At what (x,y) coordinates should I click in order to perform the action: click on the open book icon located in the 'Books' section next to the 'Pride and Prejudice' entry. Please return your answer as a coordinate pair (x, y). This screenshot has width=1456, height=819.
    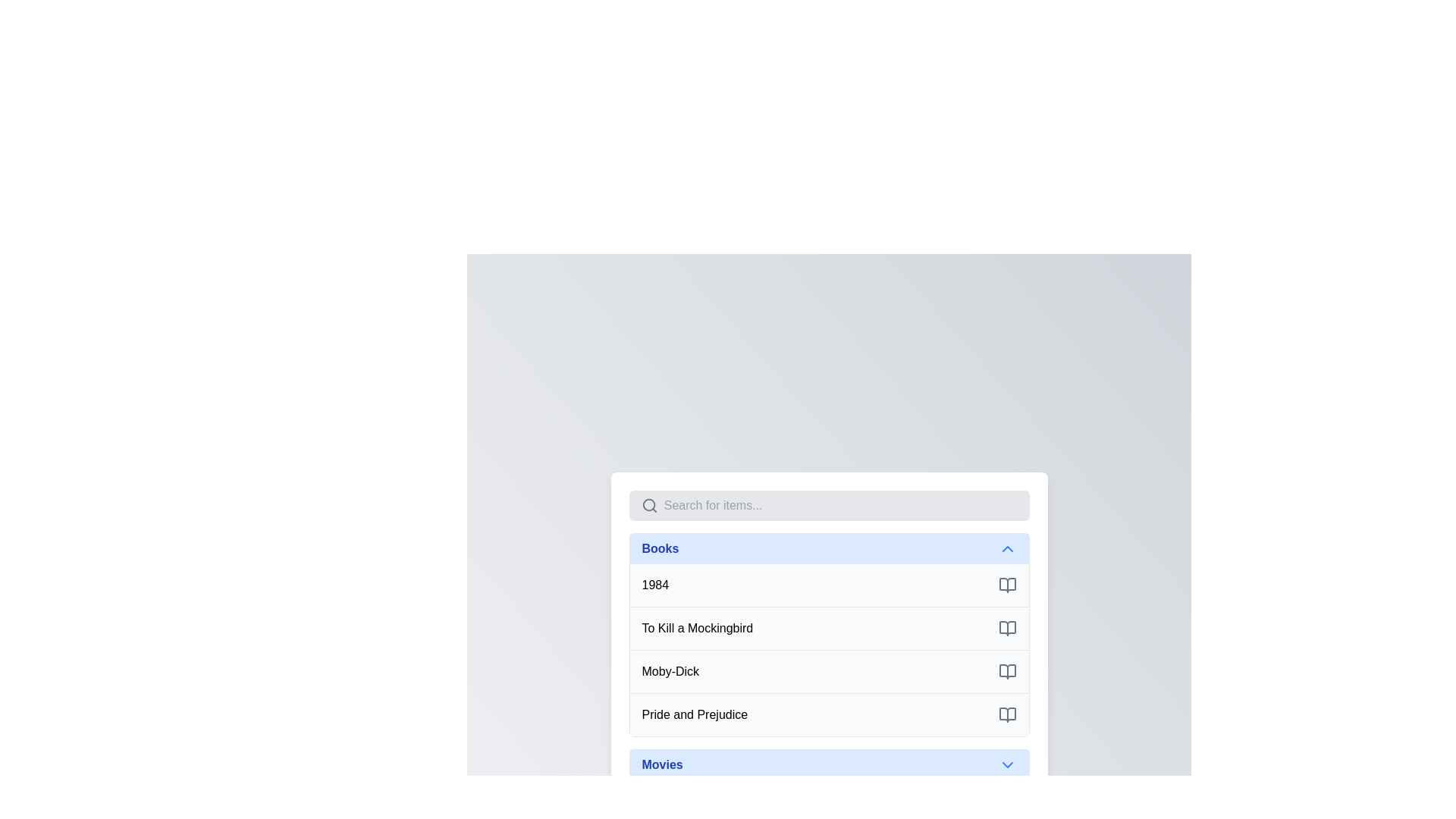
    Looking at the image, I should click on (1007, 714).